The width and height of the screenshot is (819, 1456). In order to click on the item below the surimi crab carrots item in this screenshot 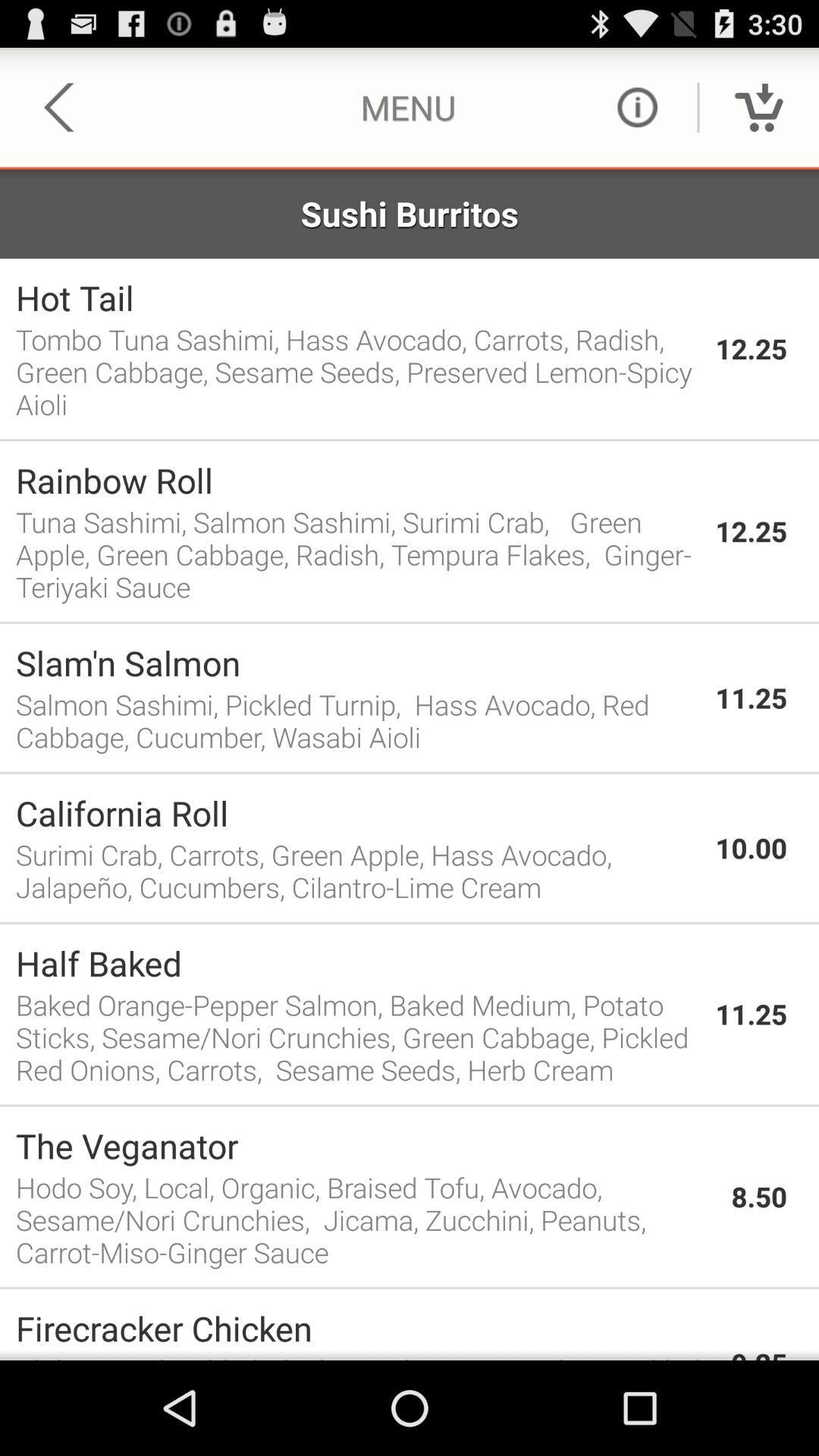, I will do `click(409, 922)`.